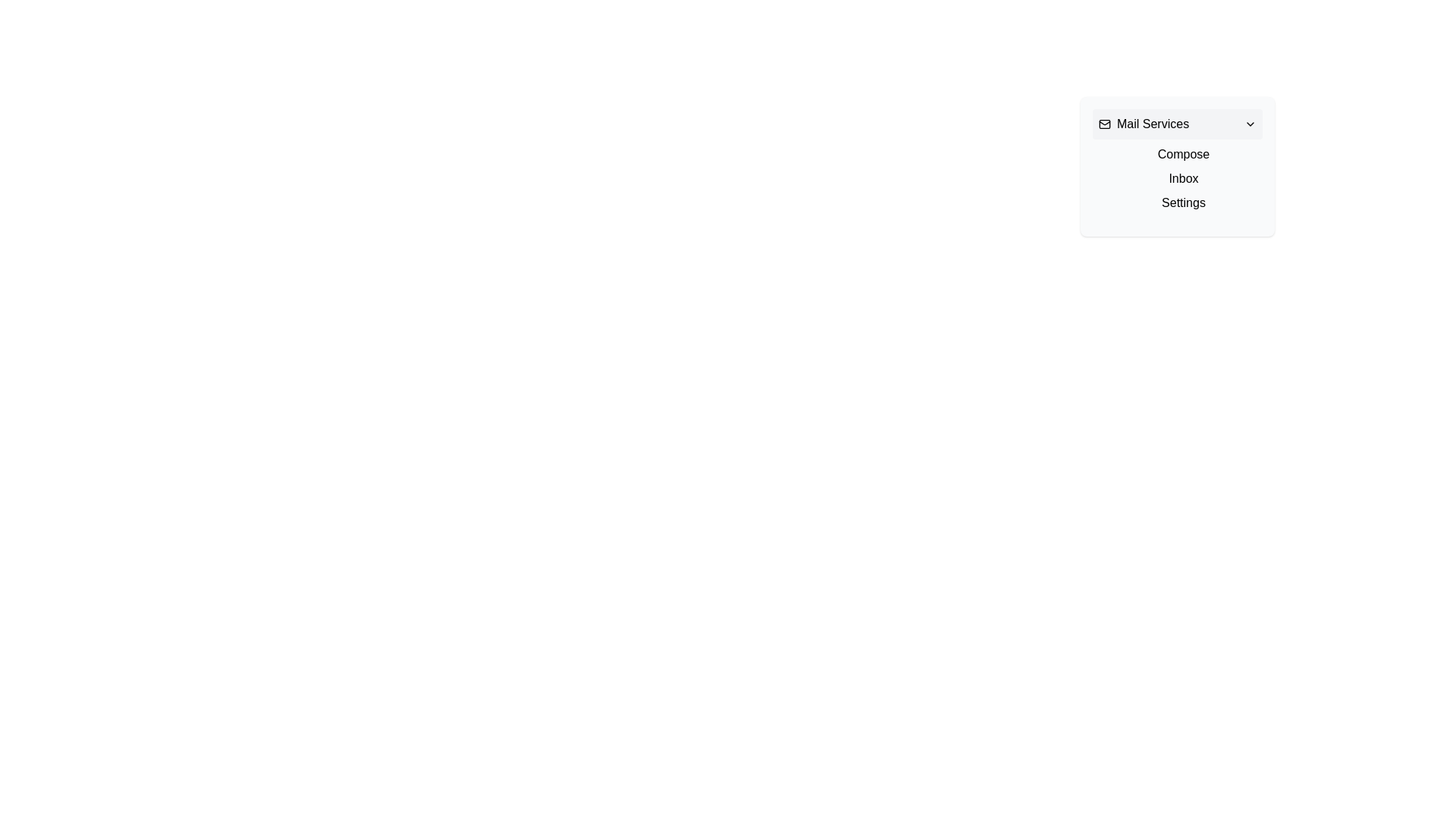  Describe the element at coordinates (1182, 202) in the screenshot. I see `the third text link under the 'Mail Services' section` at that location.